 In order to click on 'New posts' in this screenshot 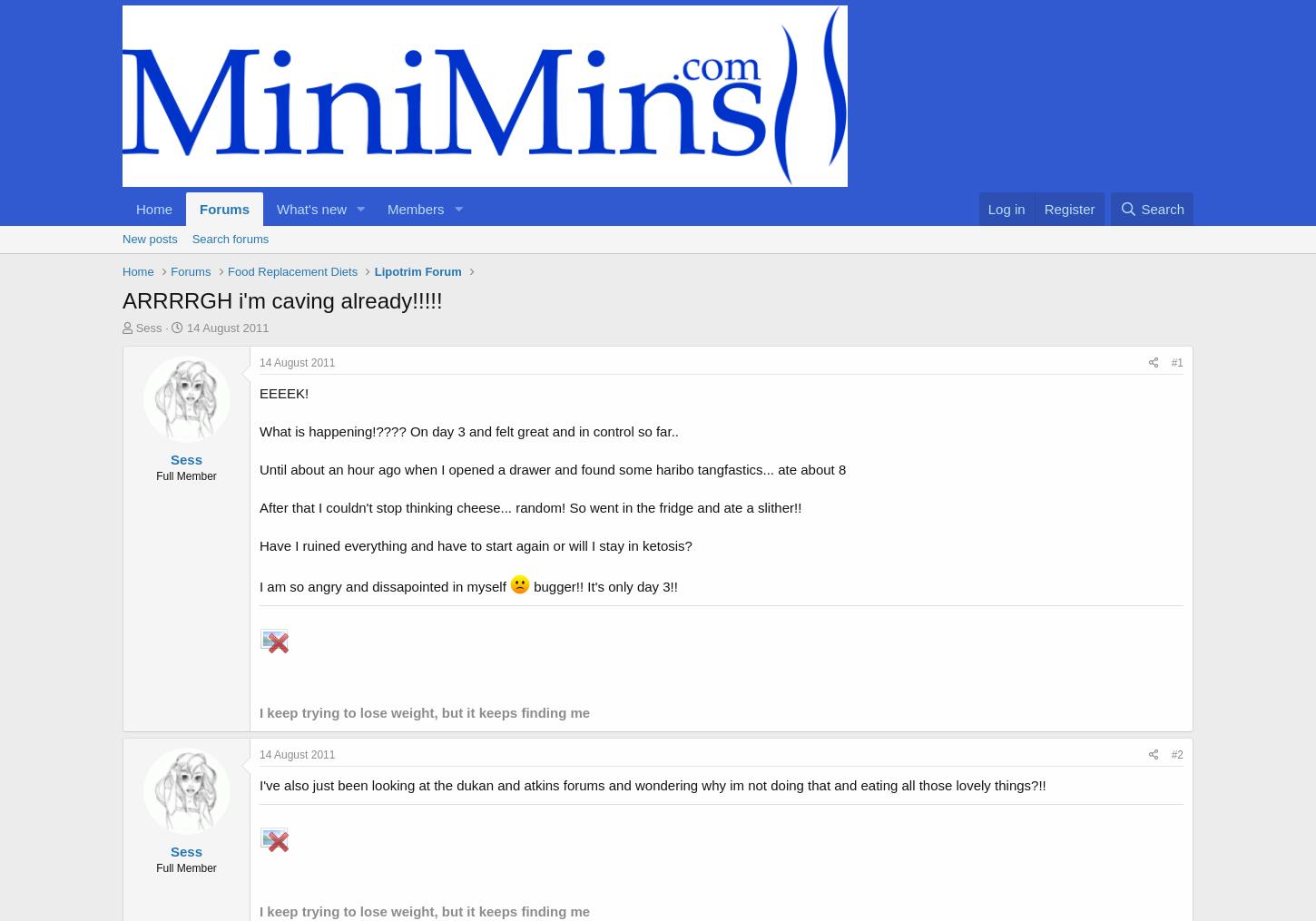, I will do `click(149, 238)`.